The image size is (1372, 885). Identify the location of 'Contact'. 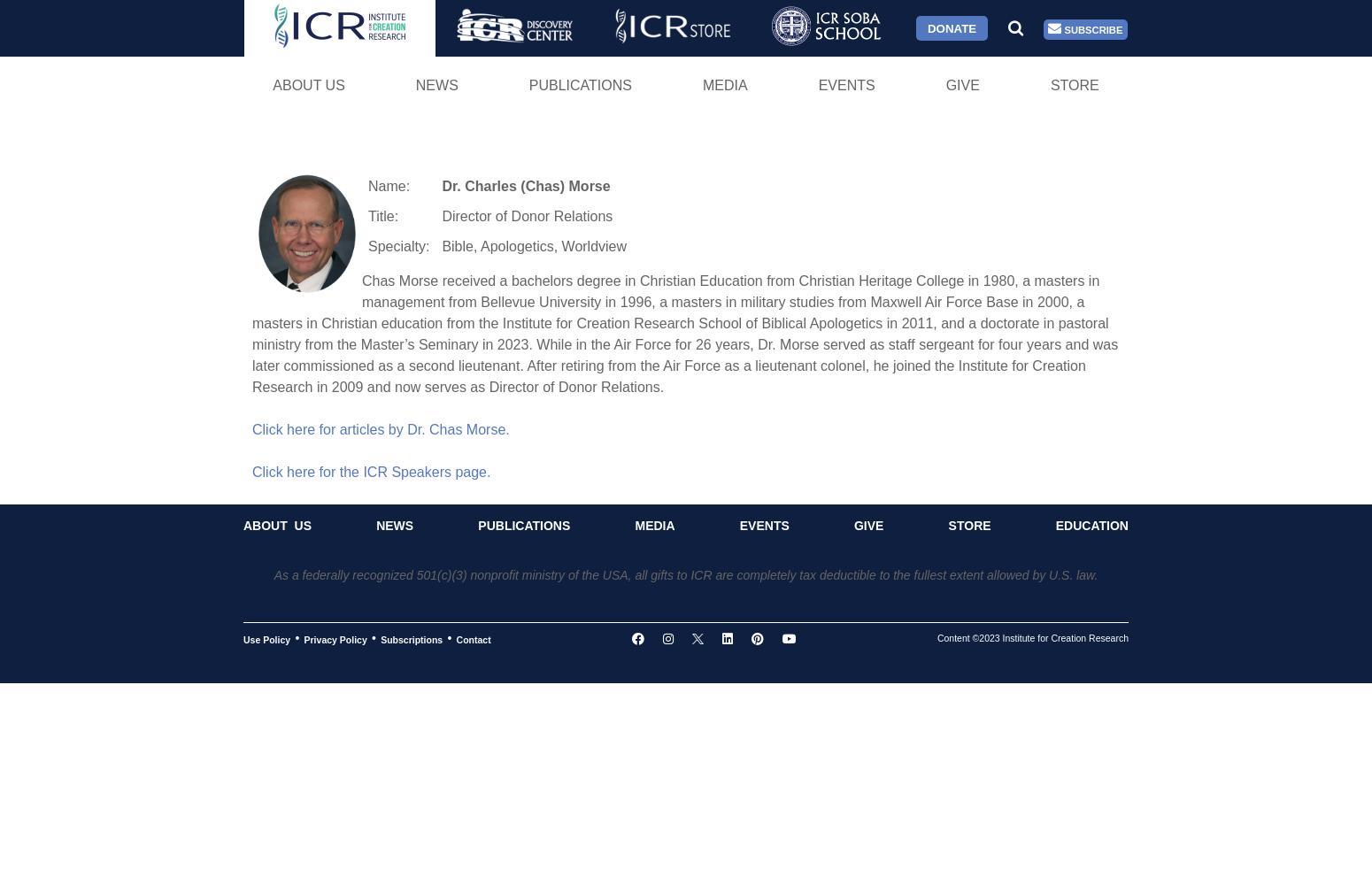
(472, 638).